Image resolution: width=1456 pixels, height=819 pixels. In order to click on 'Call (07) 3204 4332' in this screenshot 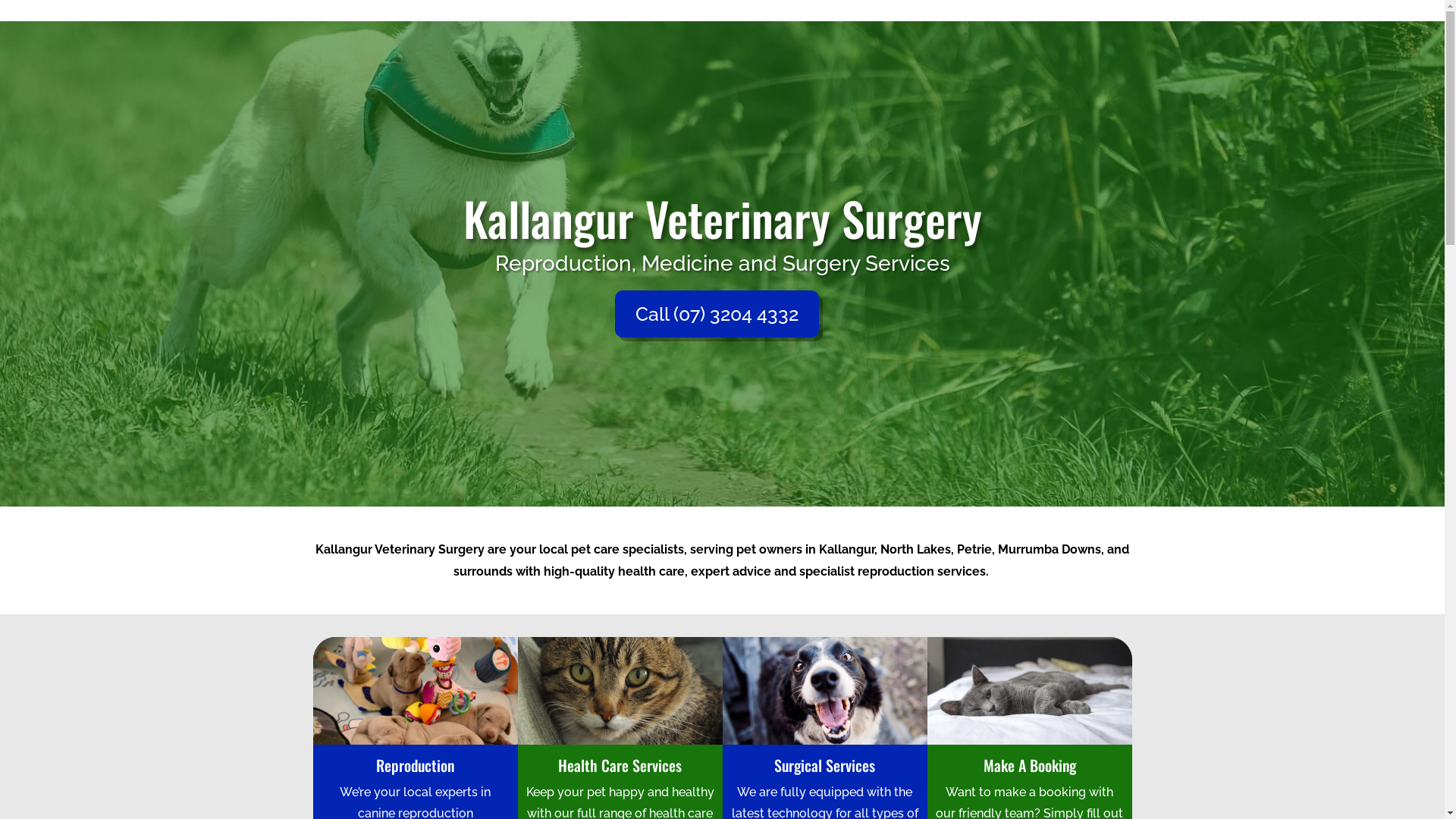, I will do `click(715, 312)`.